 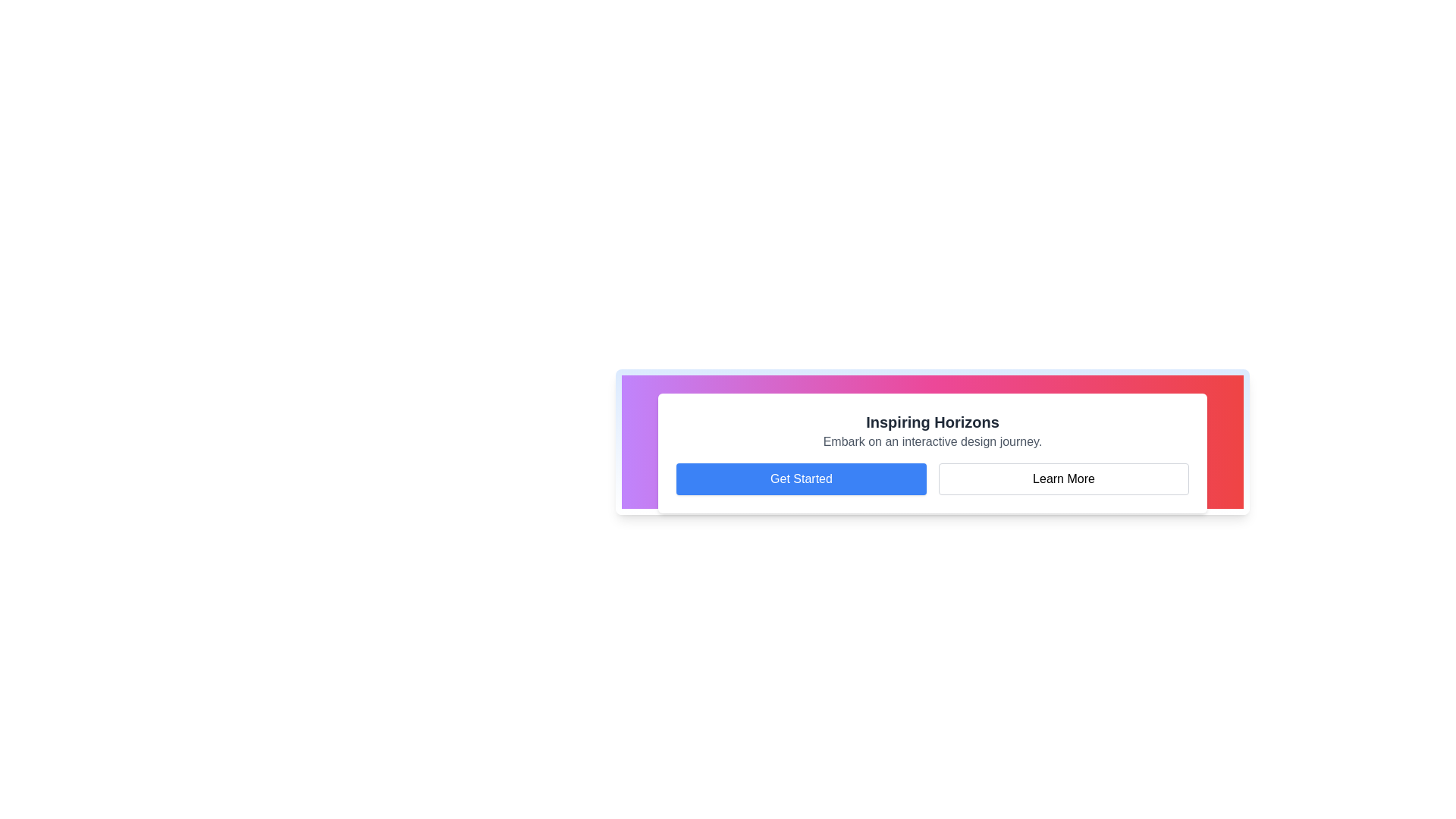 I want to click on the text label that provides a motivational phrase, positioned below the title 'Inspiring Horizons' and above the buttons 'Get Started' and 'Learn More', so click(x=931, y=441).